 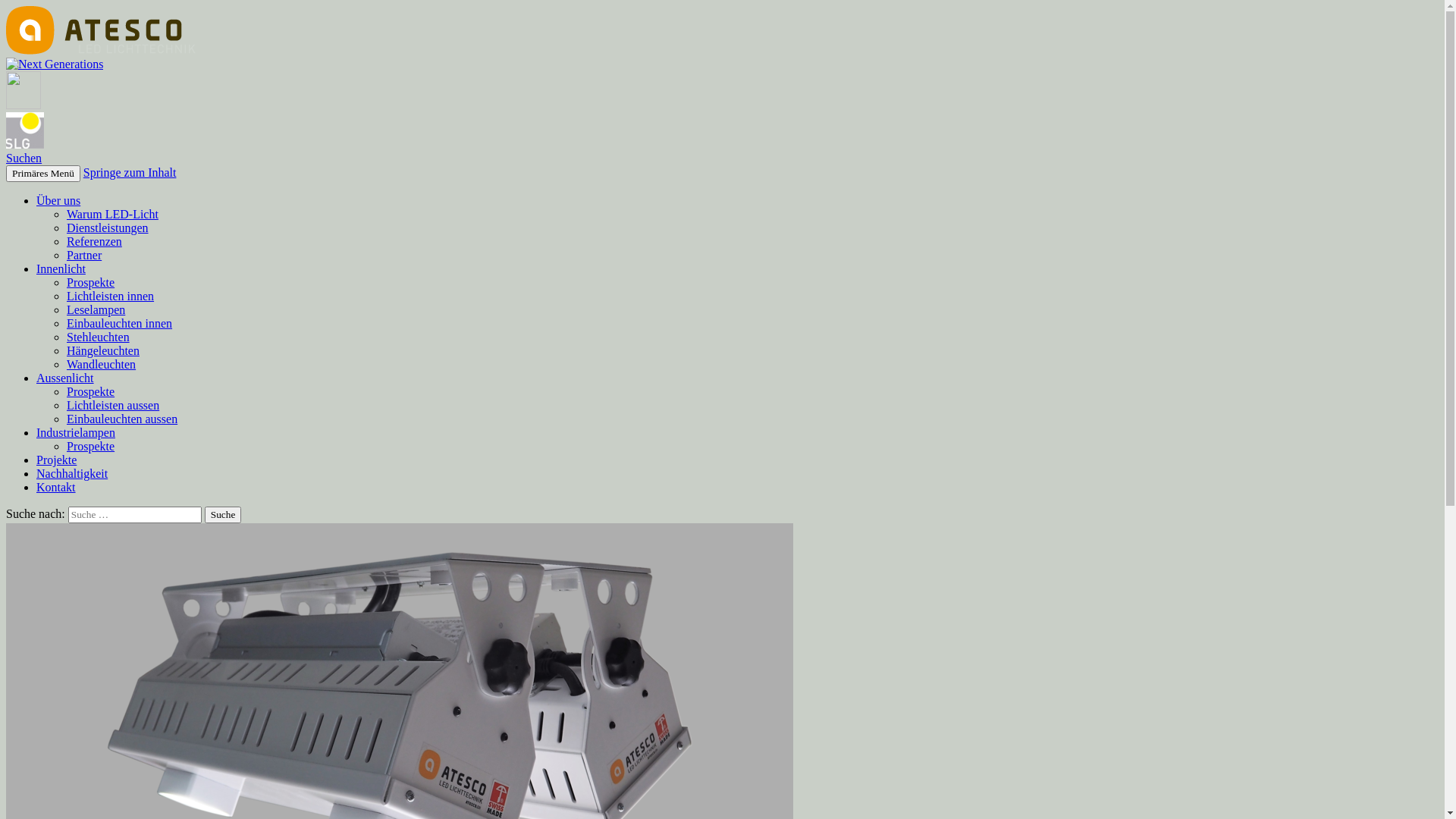 I want to click on 'Stehleuchten', so click(x=97, y=336).